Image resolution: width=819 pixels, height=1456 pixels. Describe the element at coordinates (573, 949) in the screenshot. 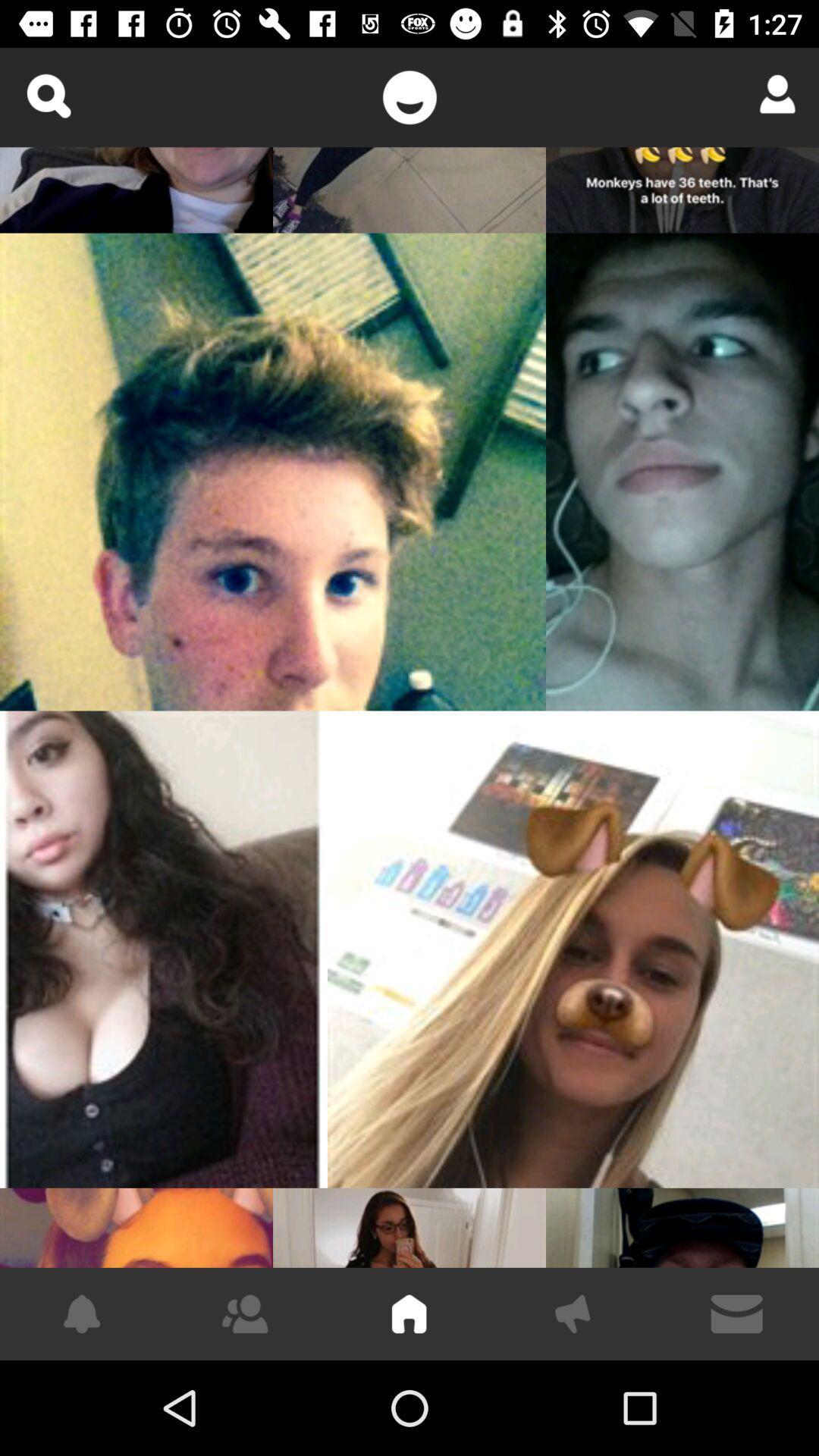

I see `the icon on the right` at that location.